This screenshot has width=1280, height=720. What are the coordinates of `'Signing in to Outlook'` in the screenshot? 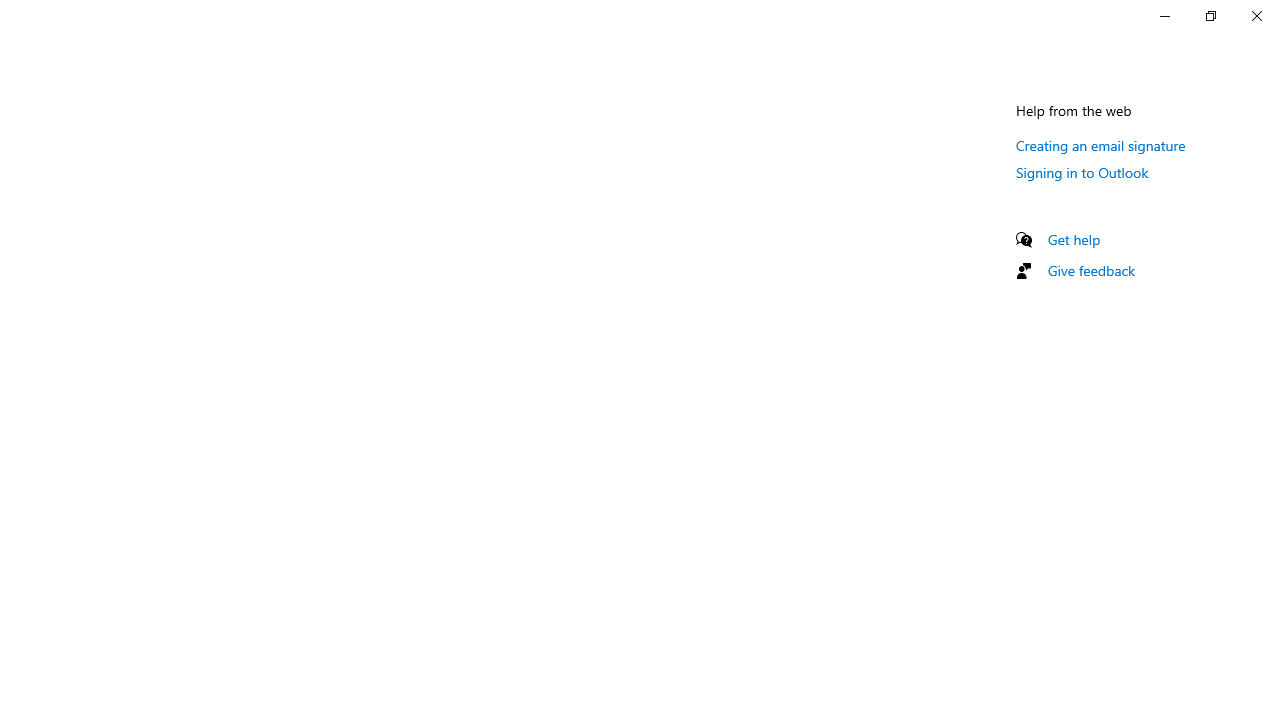 It's located at (1081, 171).